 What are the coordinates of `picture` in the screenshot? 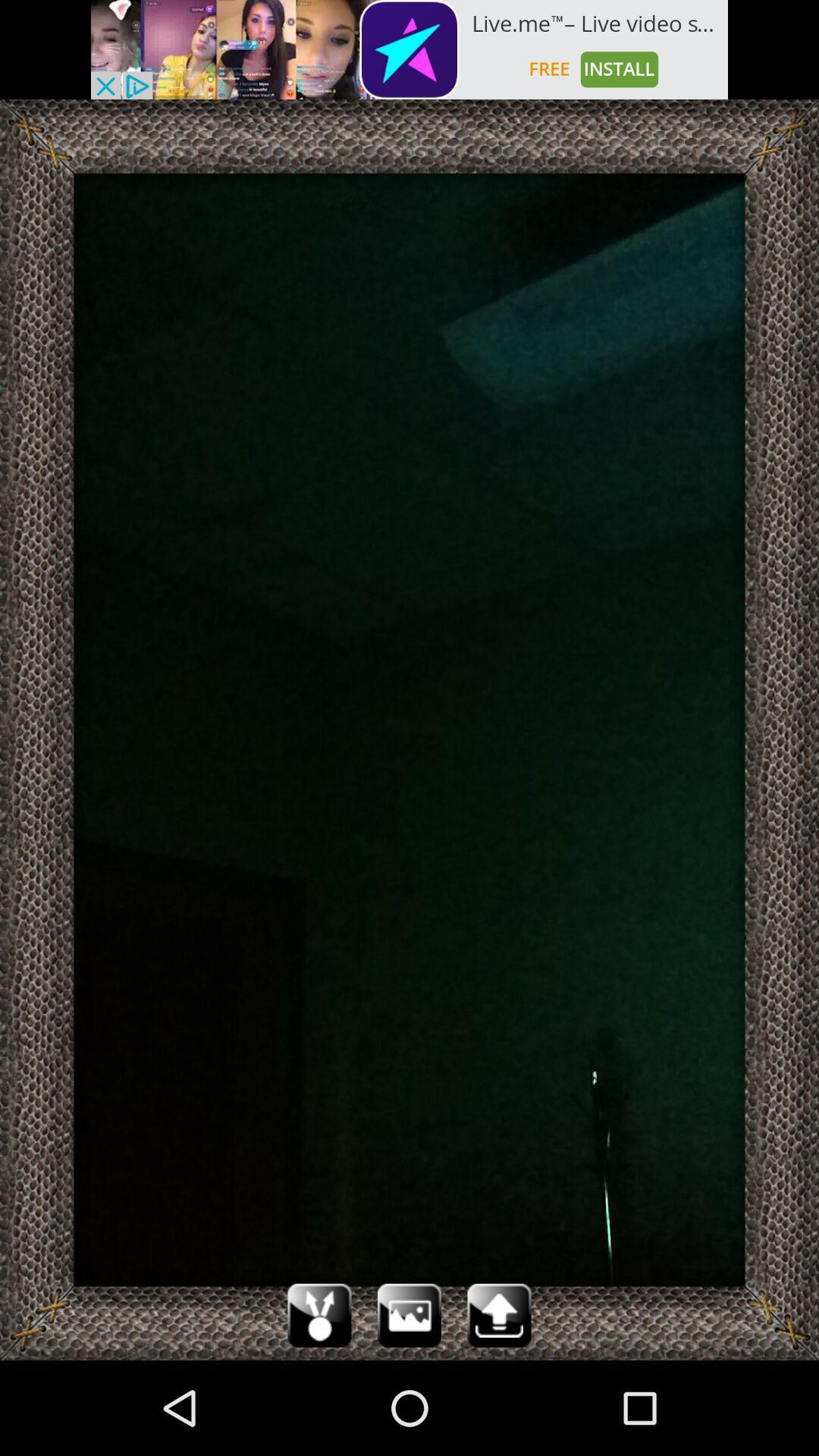 It's located at (409, 1314).